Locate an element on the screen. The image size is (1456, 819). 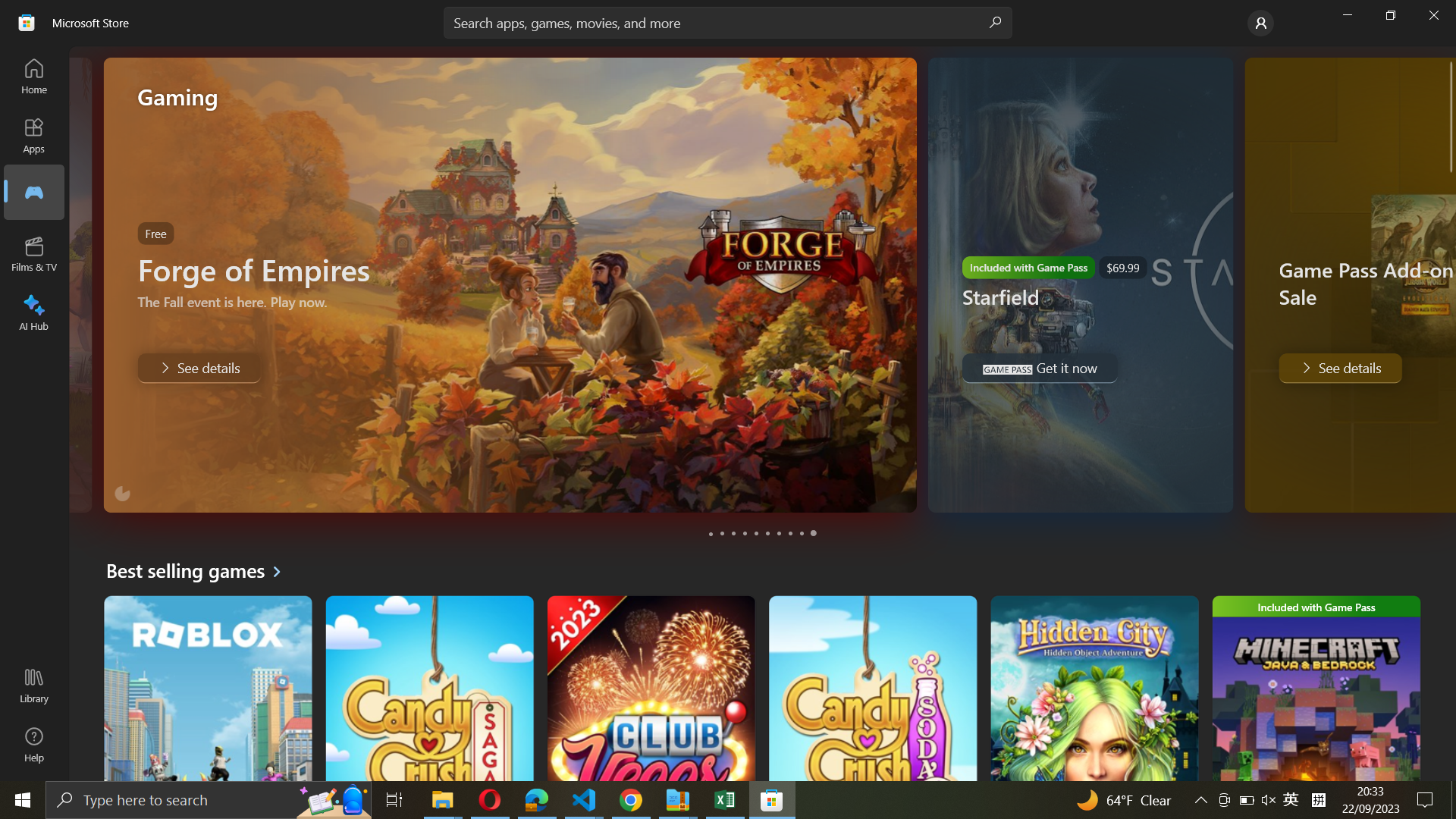
Library is located at coordinates (36, 687).